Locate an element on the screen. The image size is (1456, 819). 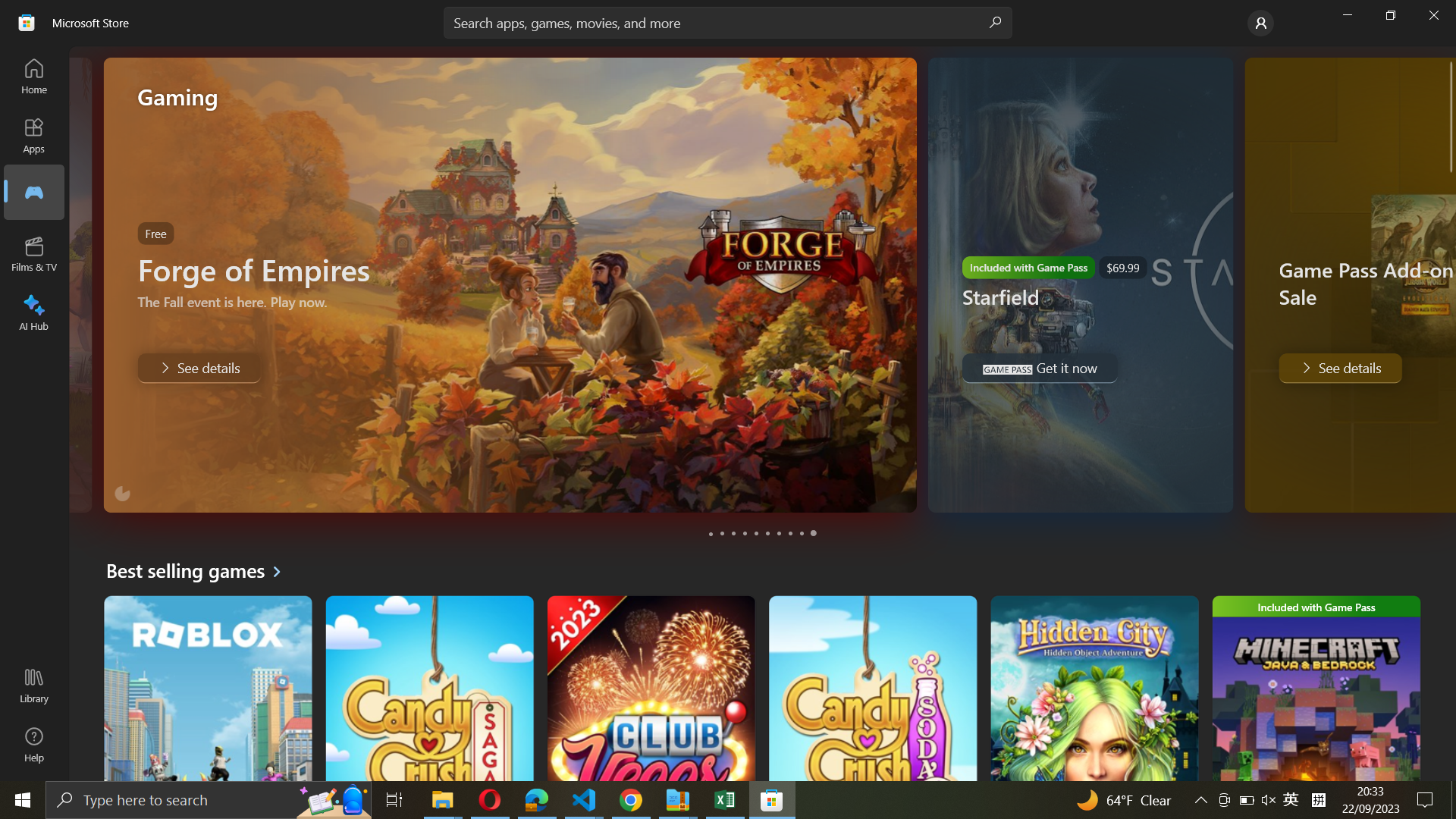
Library is located at coordinates (36, 687).